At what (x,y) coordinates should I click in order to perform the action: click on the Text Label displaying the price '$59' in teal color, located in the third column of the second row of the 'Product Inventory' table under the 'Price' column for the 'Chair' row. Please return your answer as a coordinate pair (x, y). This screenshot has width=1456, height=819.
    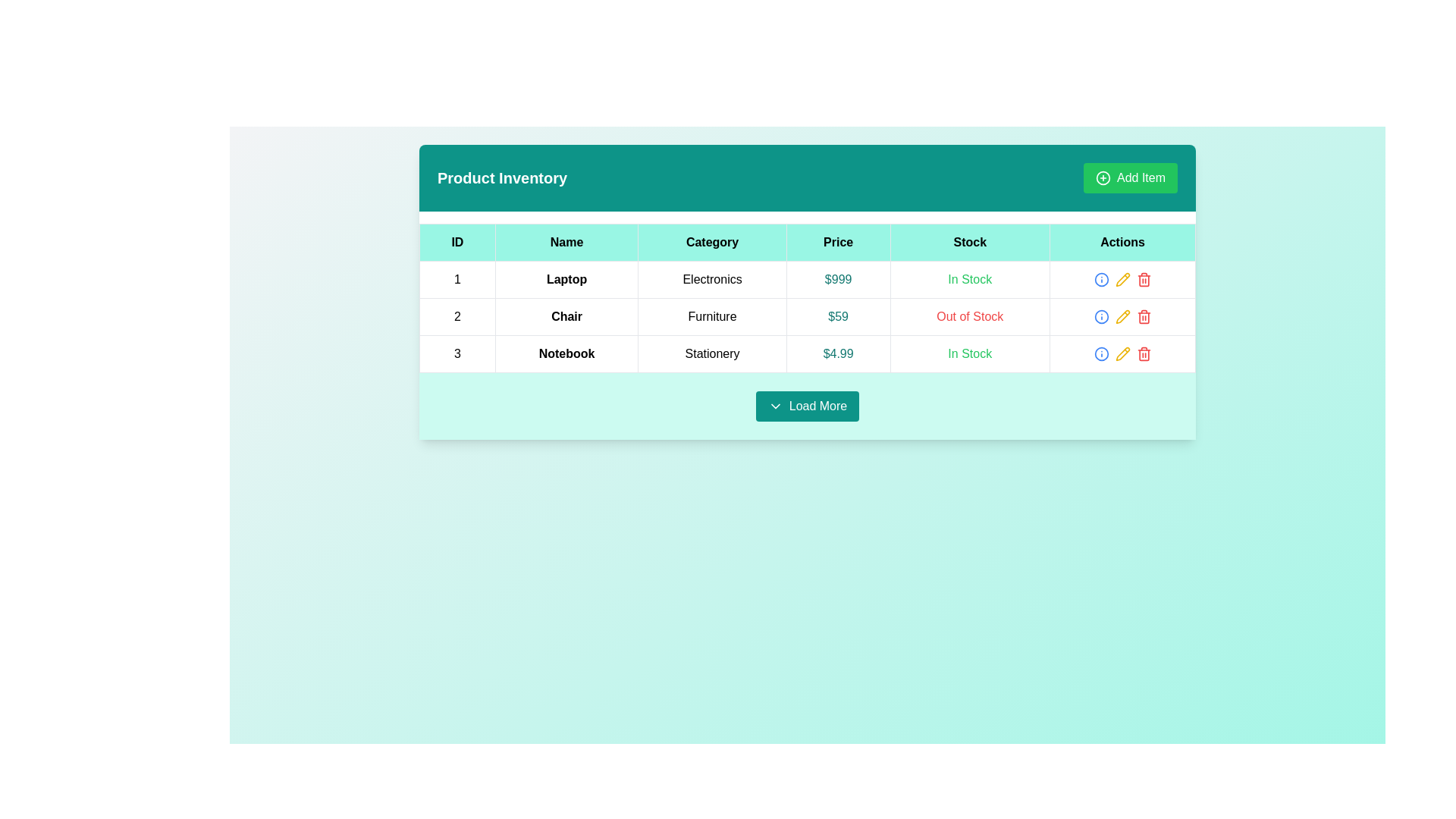
    Looking at the image, I should click on (837, 315).